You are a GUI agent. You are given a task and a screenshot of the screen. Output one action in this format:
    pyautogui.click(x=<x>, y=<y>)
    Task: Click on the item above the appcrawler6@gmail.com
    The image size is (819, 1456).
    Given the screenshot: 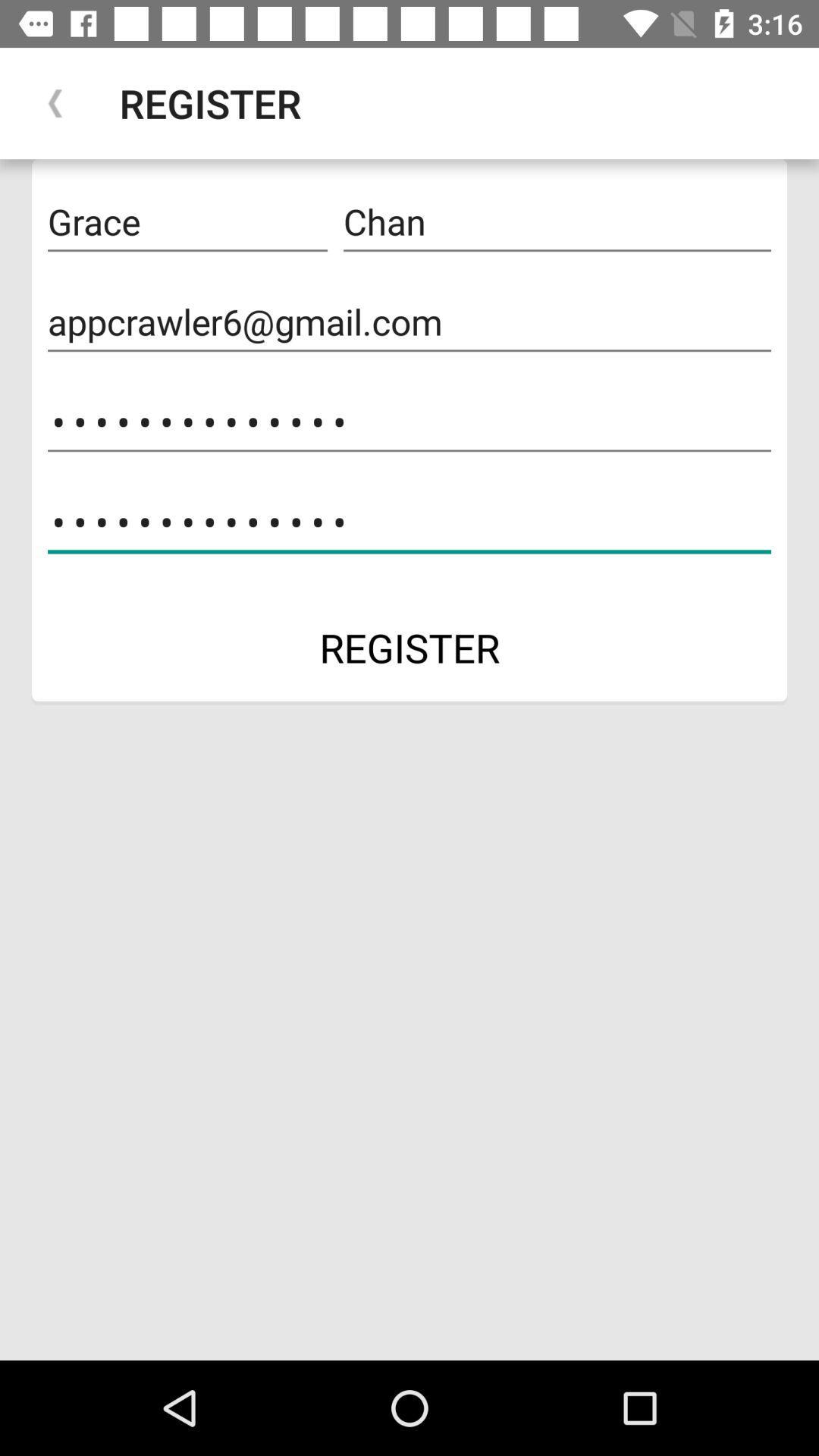 What is the action you would take?
    pyautogui.click(x=557, y=221)
    